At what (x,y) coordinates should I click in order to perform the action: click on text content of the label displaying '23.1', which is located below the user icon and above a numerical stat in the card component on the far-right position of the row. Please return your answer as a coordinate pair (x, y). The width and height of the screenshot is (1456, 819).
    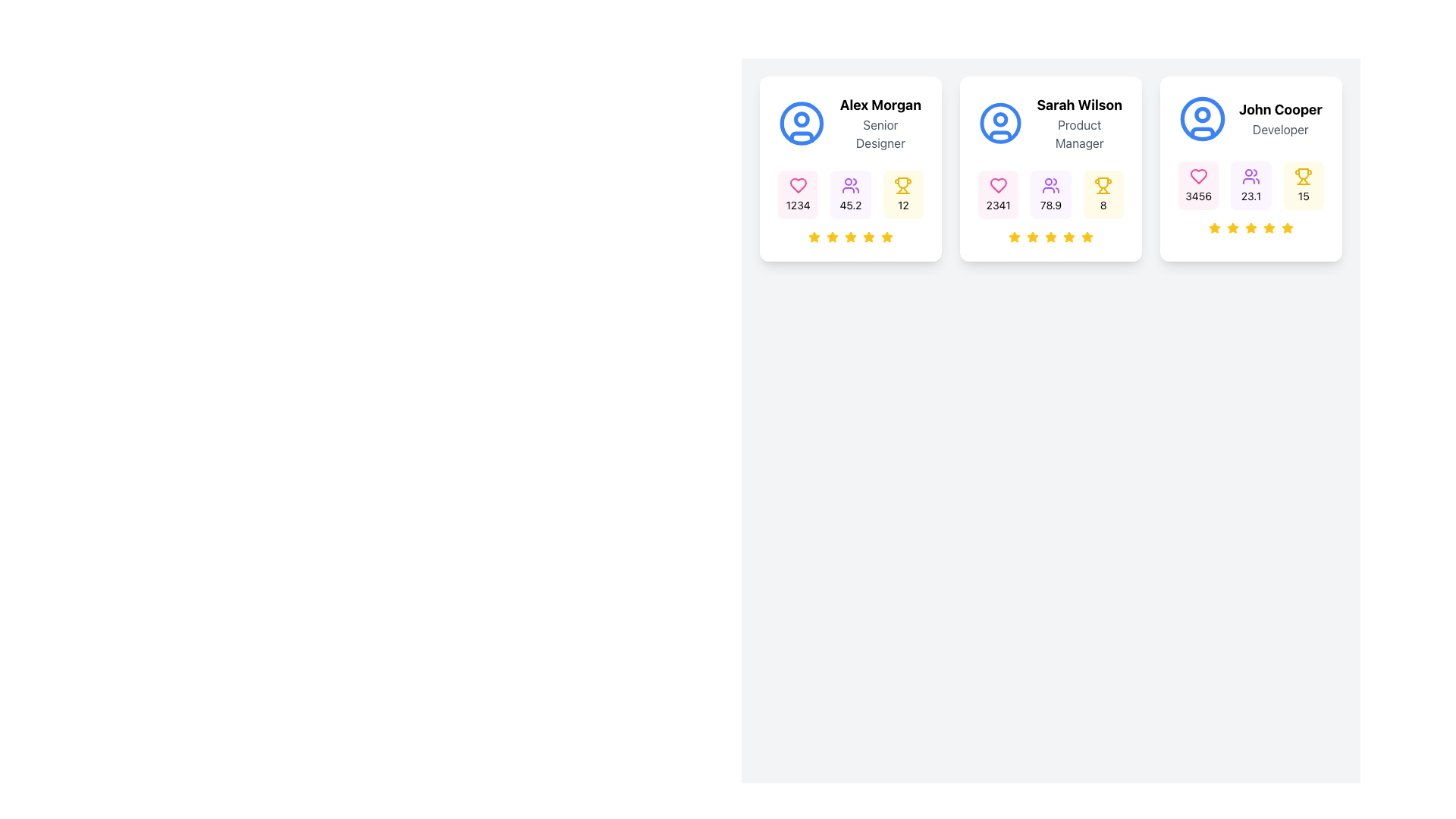
    Looking at the image, I should click on (1251, 195).